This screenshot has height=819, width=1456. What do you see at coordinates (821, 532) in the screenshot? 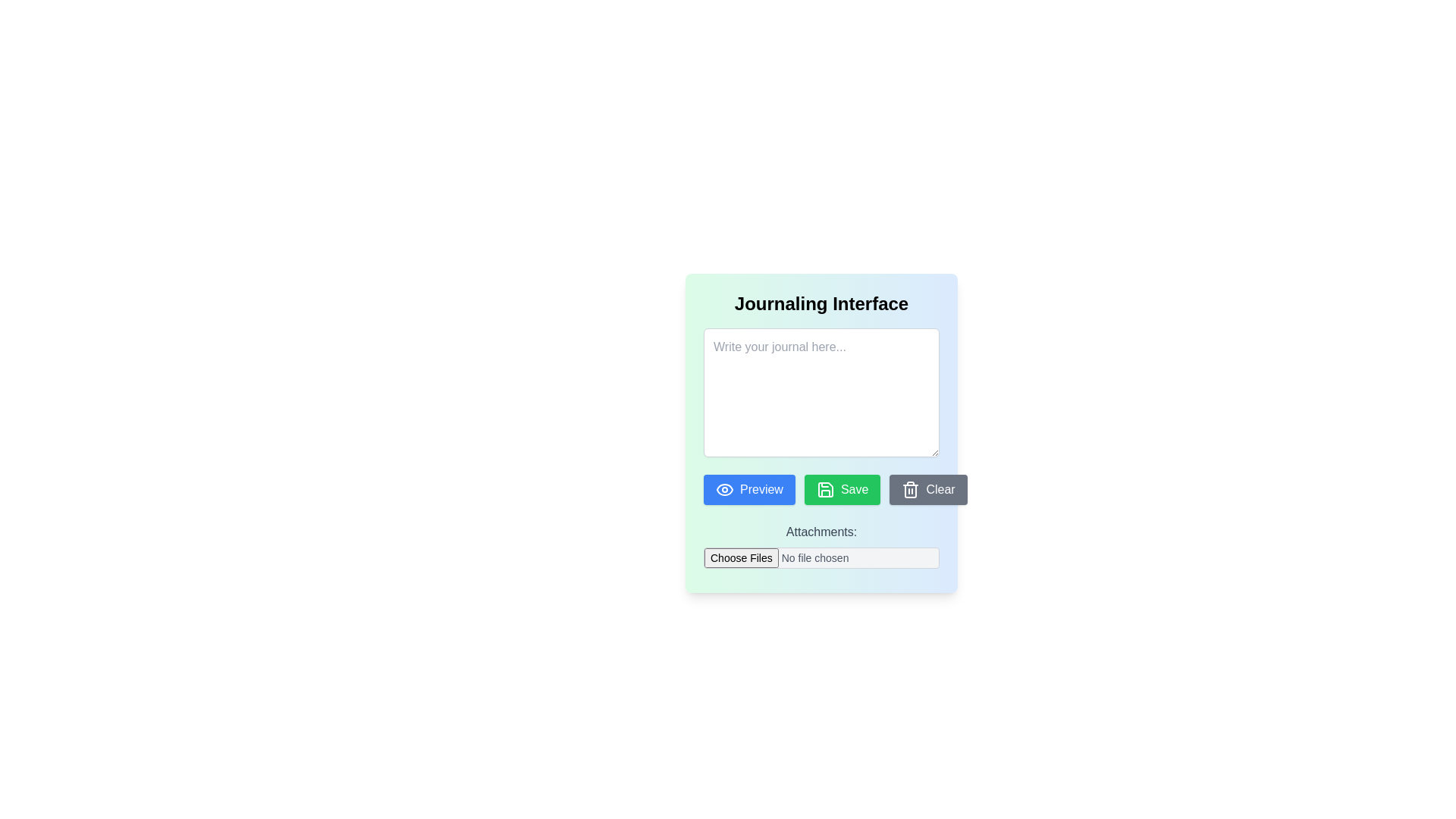
I see `the text label that provides context for the file upload field located directly beneath it in the lower-middle region of the interface` at bounding box center [821, 532].